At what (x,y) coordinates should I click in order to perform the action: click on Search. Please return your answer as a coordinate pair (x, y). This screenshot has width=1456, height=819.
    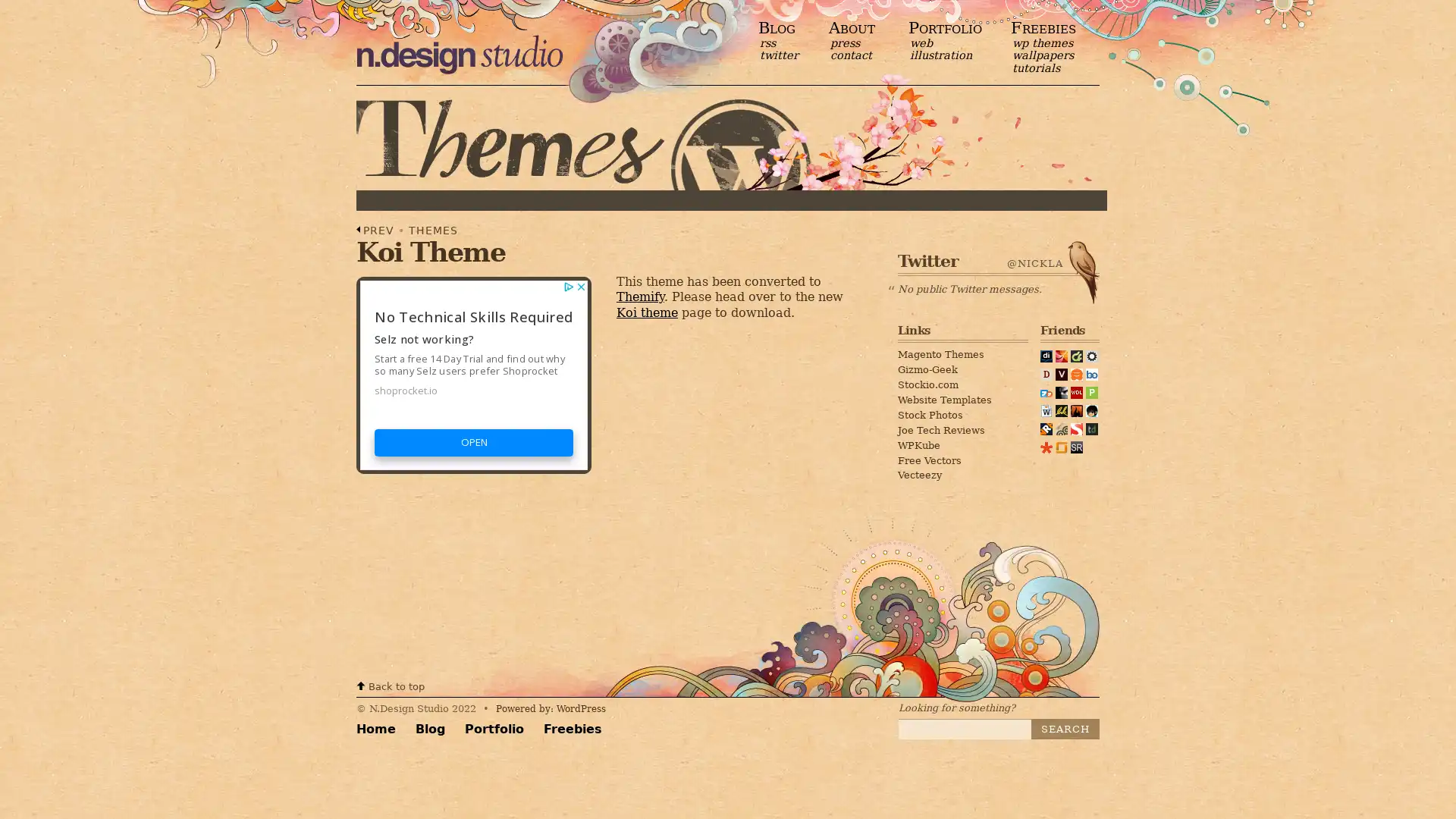
    Looking at the image, I should click on (1065, 728).